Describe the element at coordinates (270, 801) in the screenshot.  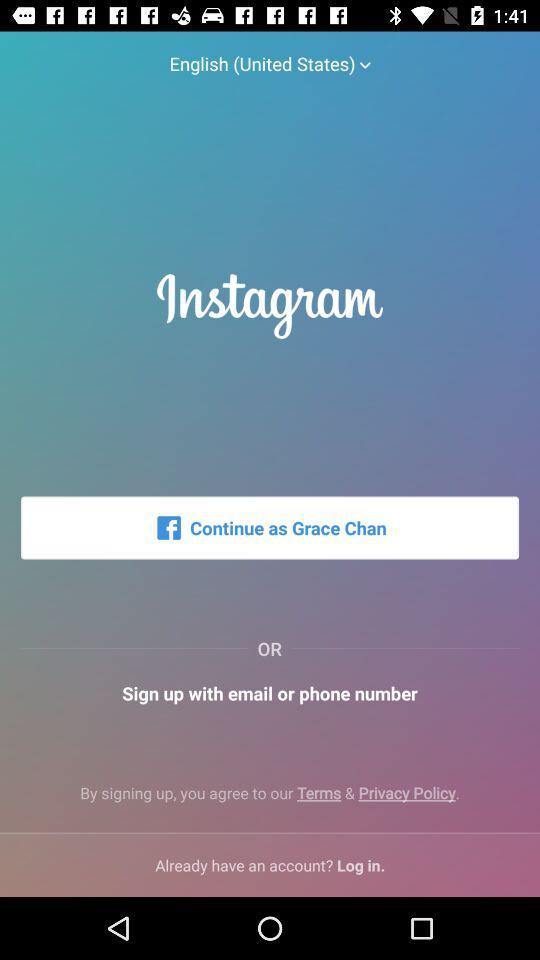
I see `by signing up` at that location.